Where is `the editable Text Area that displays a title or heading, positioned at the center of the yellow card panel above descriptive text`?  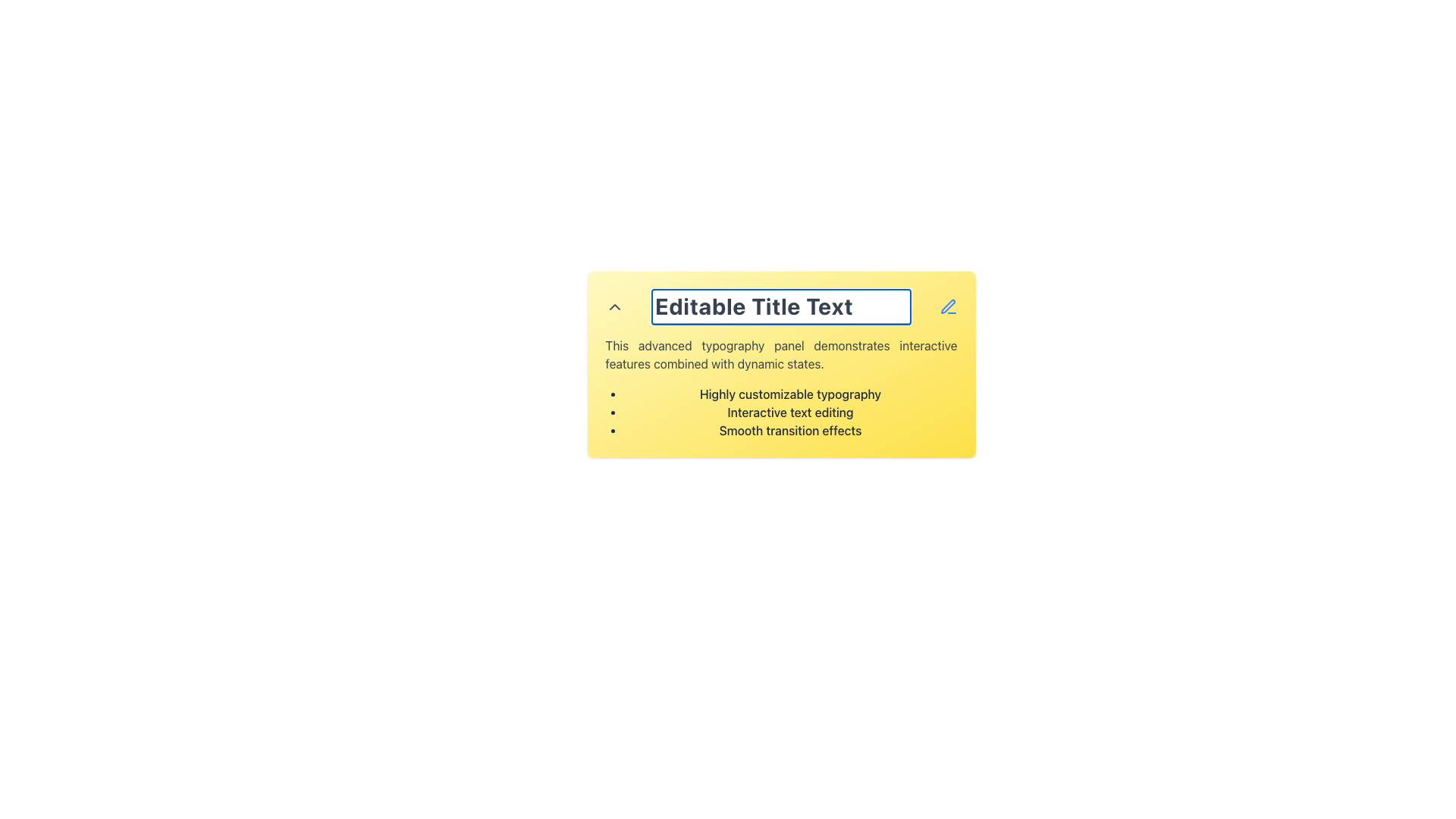 the editable Text Area that displays a title or heading, positioned at the center of the yellow card panel above descriptive text is located at coordinates (781, 307).